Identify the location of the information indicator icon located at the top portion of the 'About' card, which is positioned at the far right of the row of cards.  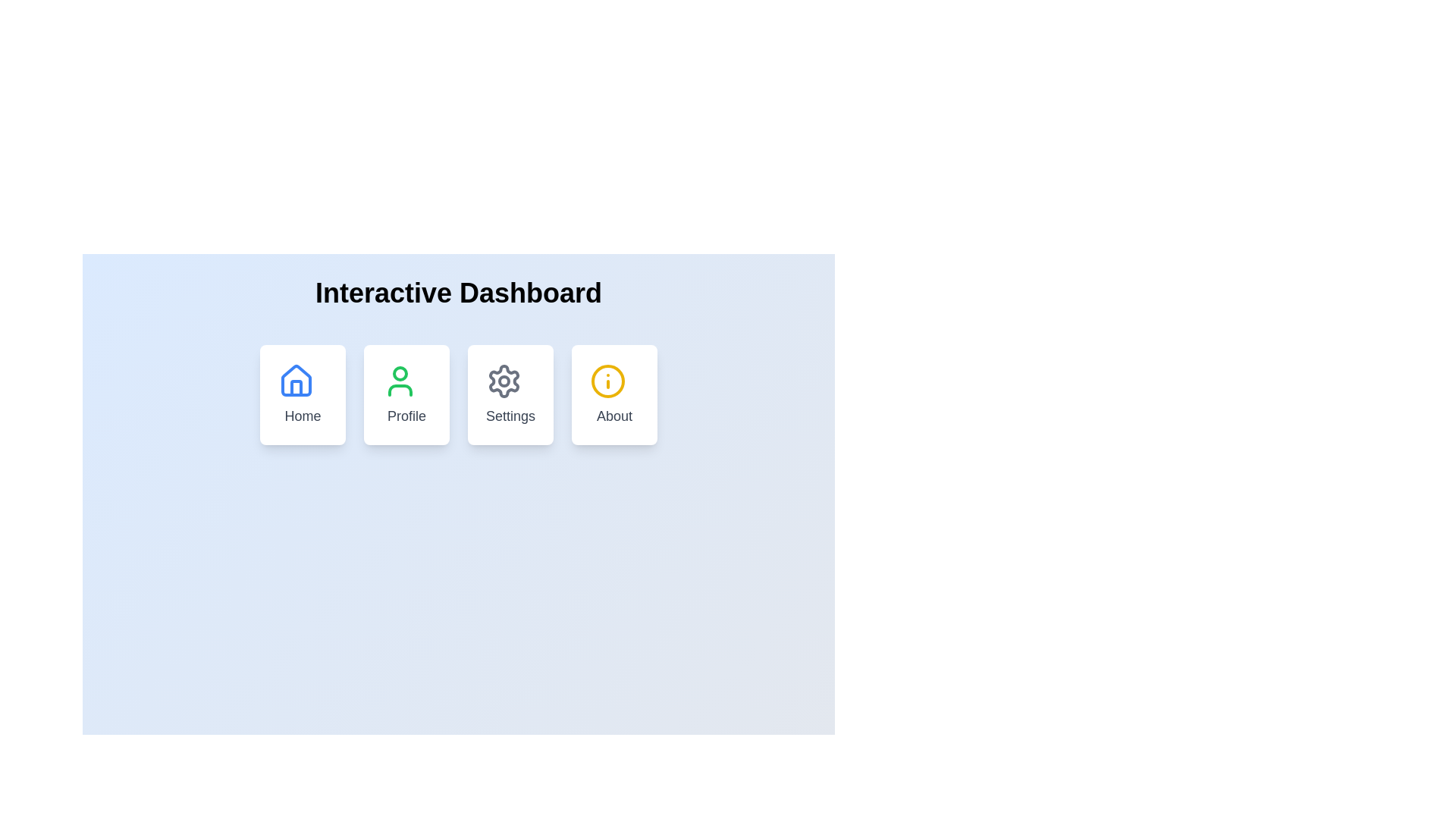
(607, 380).